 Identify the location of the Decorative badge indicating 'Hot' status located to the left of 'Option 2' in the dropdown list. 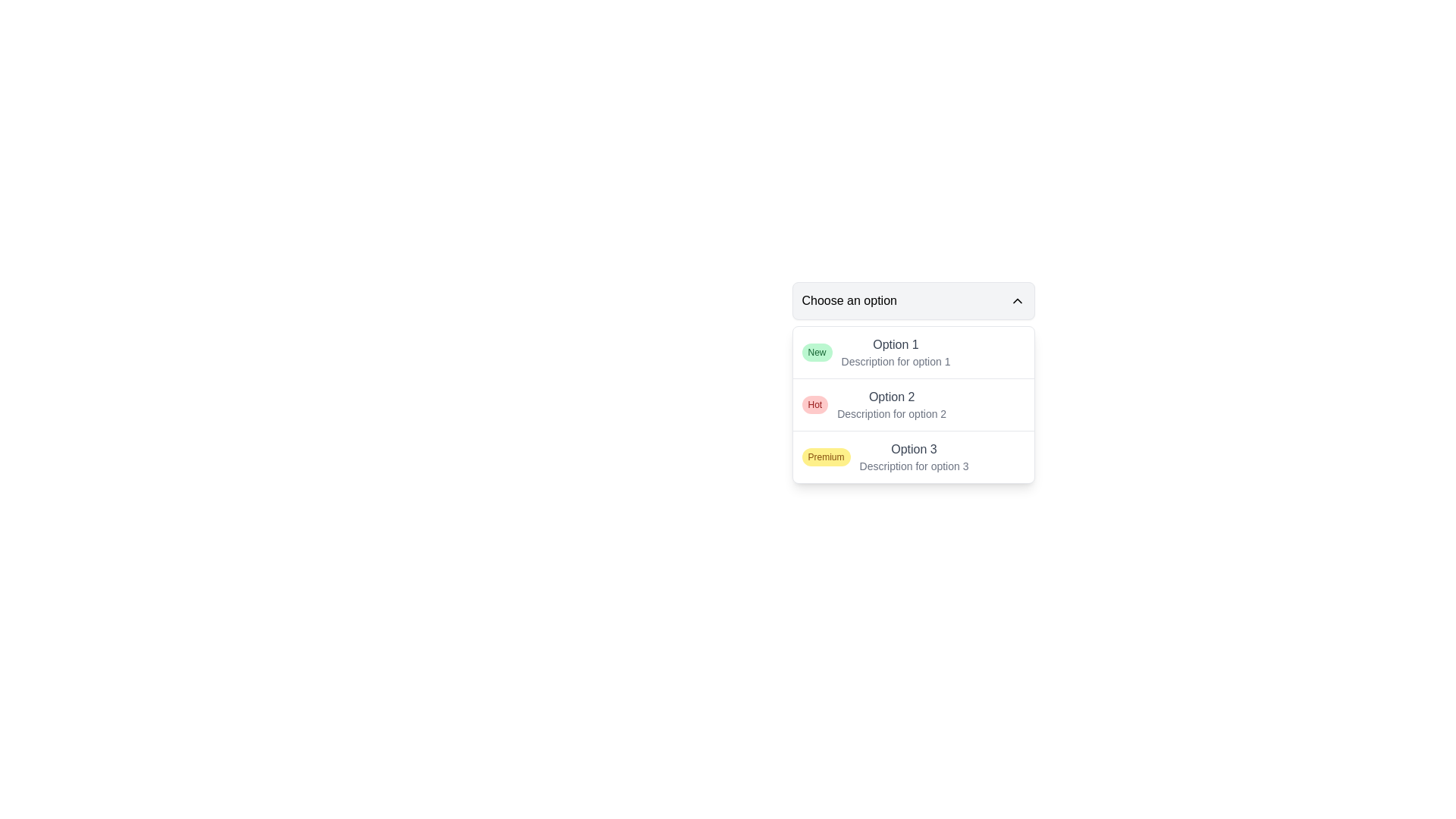
(814, 403).